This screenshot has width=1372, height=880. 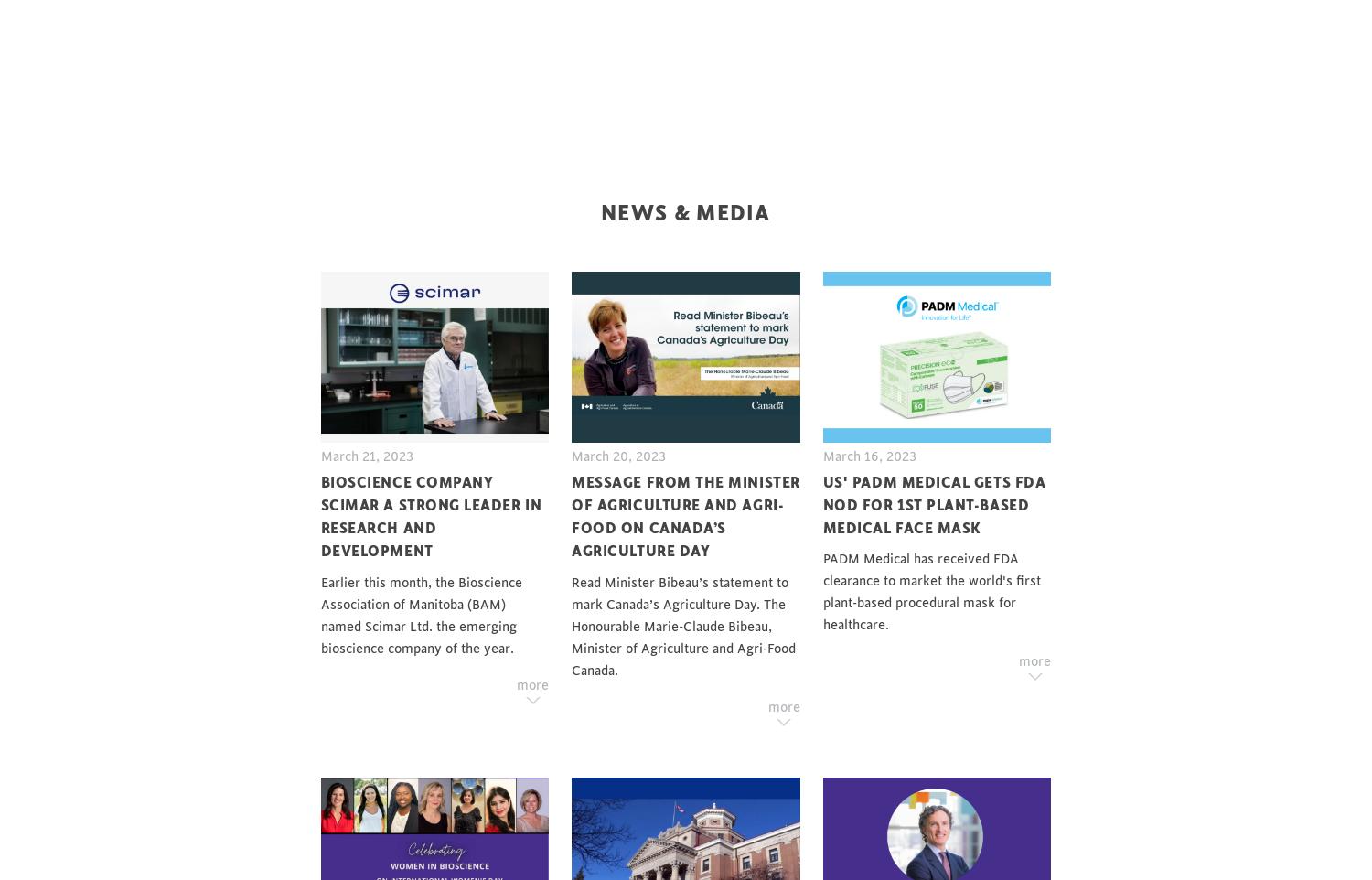 I want to click on 'March 20, 2023', so click(x=572, y=455).